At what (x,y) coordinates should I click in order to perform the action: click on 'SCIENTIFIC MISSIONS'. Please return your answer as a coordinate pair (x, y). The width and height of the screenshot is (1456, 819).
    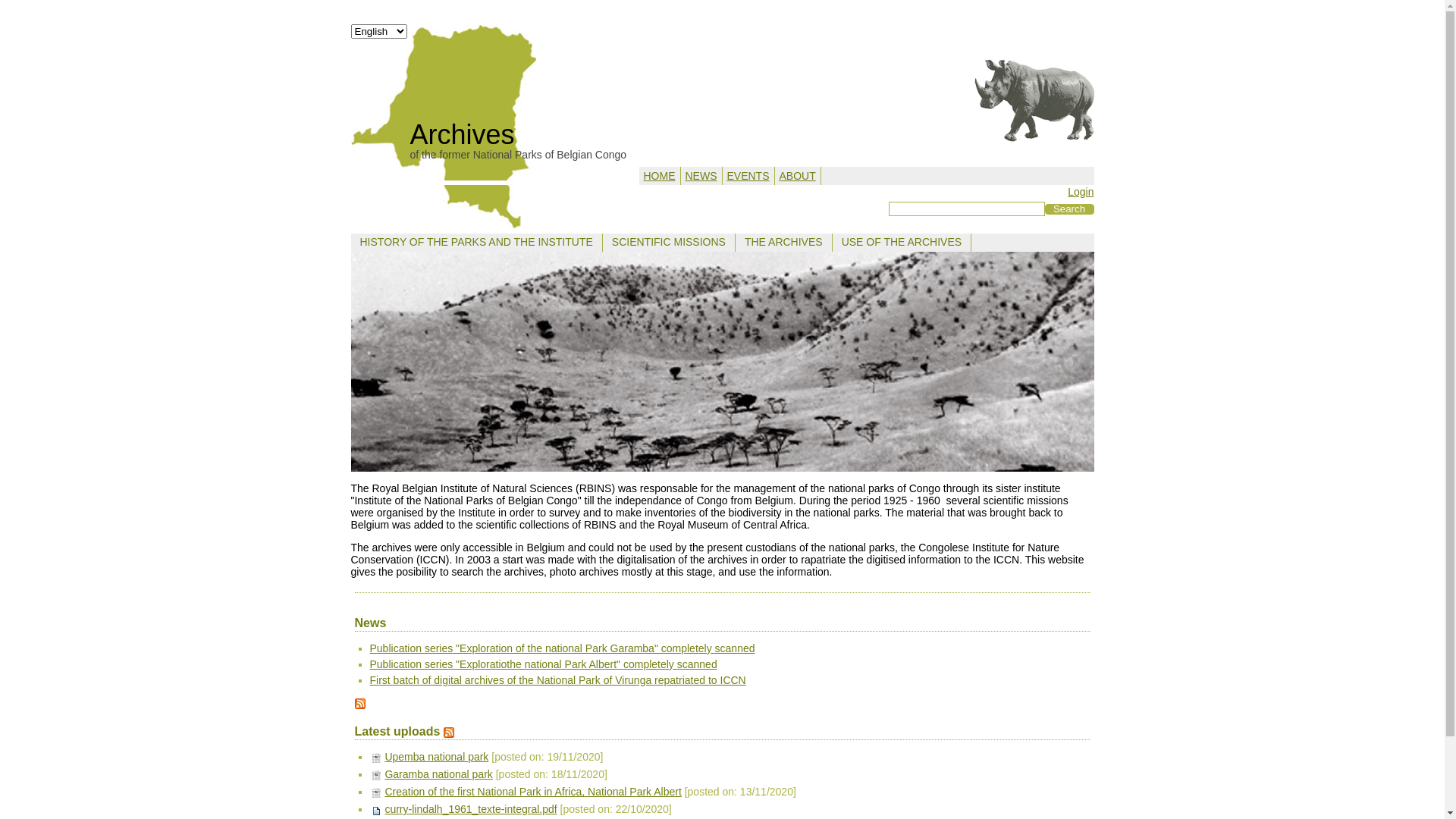
    Looking at the image, I should click on (668, 241).